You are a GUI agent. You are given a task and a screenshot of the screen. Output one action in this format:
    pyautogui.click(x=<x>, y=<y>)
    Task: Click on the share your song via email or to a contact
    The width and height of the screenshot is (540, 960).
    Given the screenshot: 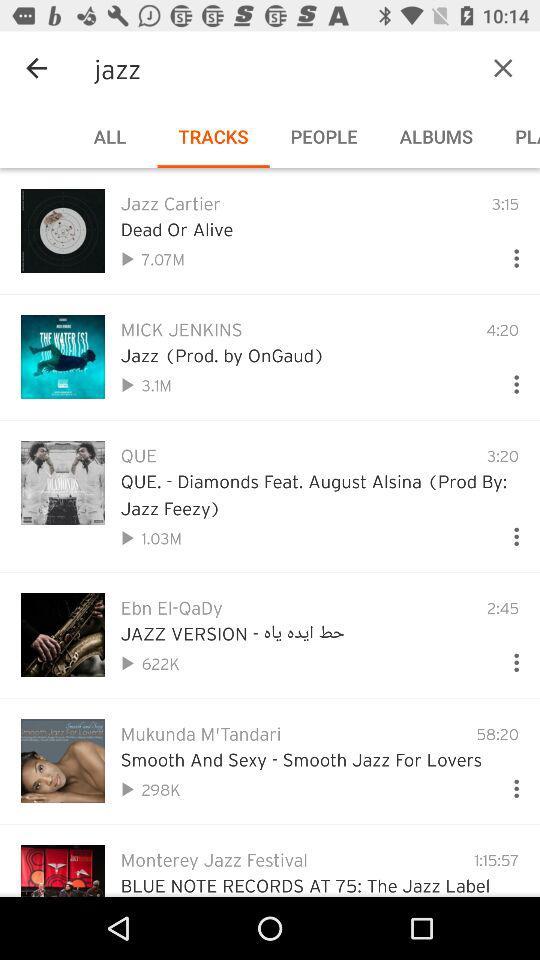 What is the action you would take?
    pyautogui.click(x=508, y=253)
    